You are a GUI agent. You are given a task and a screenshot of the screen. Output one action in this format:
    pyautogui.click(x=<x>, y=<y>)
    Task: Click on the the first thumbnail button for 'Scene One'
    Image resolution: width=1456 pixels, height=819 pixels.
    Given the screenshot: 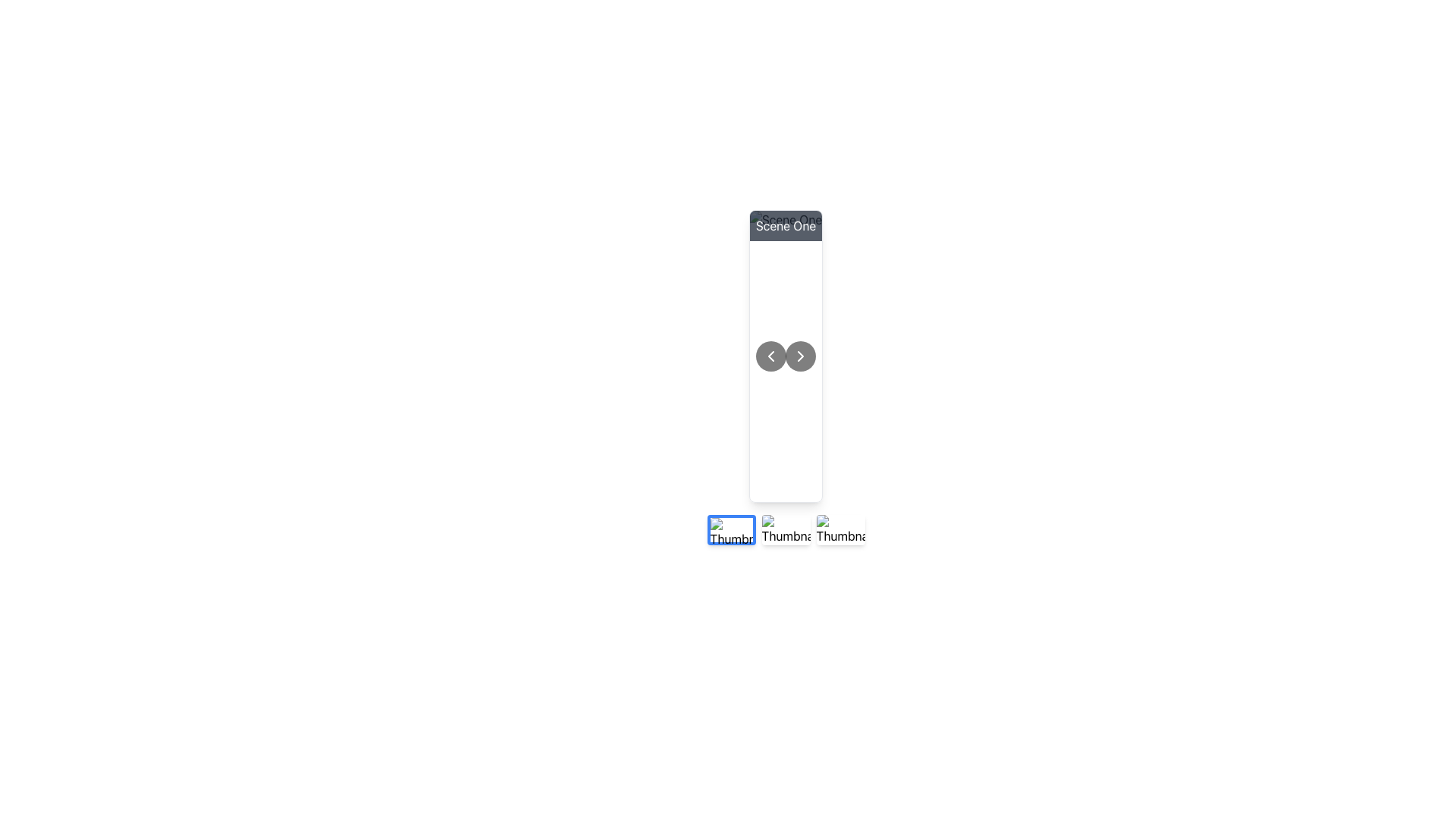 What is the action you would take?
    pyautogui.click(x=731, y=529)
    